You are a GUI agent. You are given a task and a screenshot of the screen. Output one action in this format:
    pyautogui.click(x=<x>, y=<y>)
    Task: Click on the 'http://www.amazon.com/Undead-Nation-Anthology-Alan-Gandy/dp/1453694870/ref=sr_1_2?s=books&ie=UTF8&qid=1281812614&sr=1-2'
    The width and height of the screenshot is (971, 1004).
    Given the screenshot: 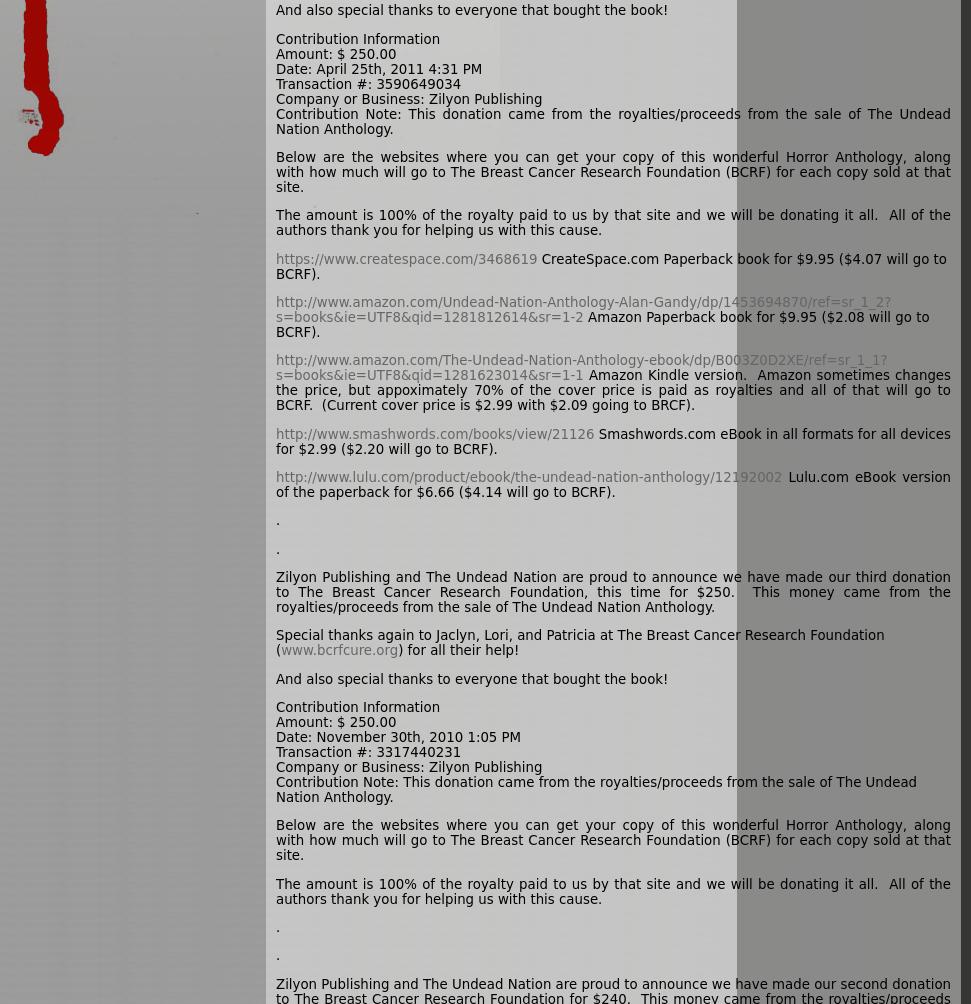 What is the action you would take?
    pyautogui.click(x=274, y=309)
    